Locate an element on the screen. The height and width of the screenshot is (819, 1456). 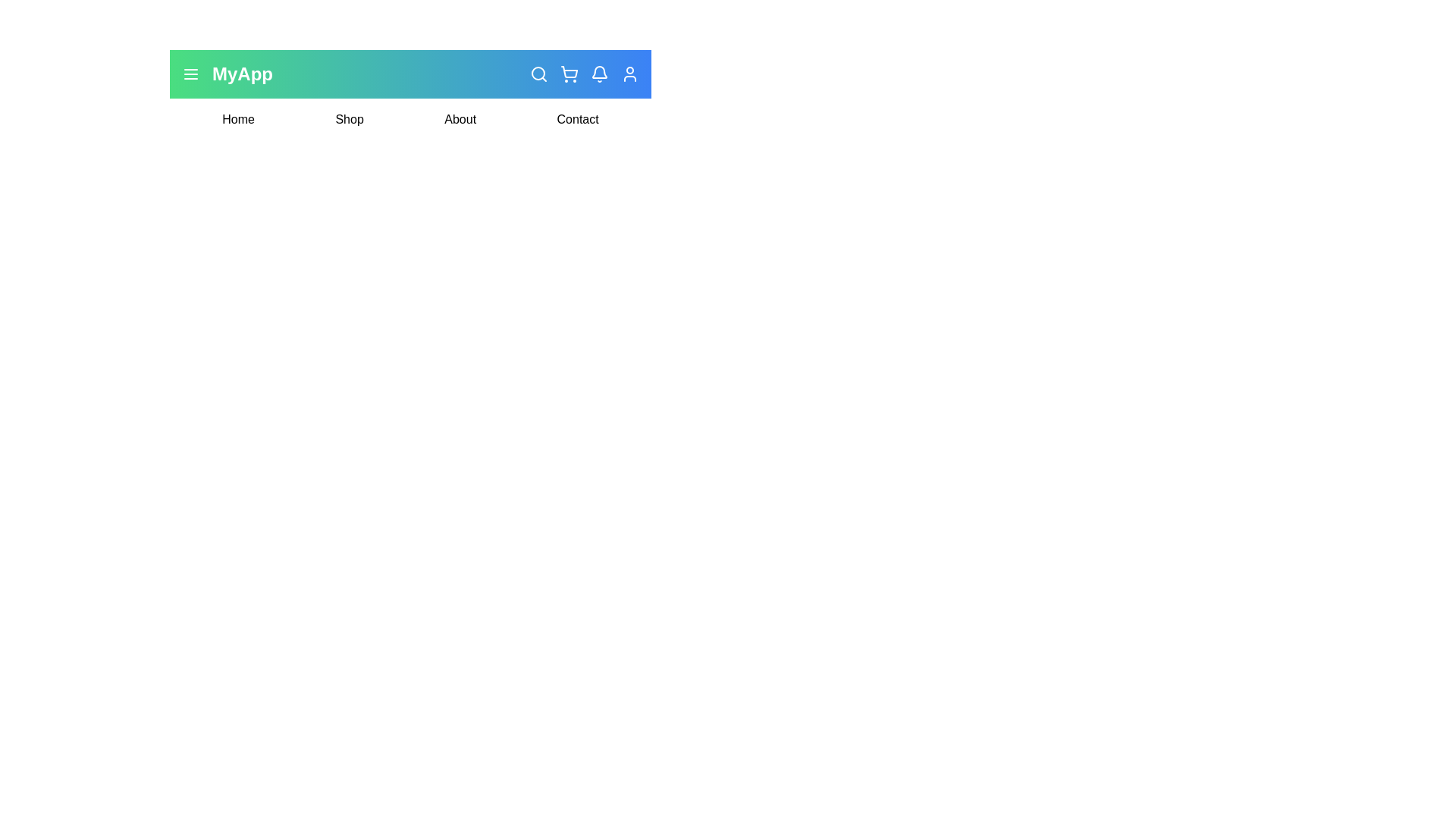
the notifications icon in the navigation bar is located at coordinates (599, 74).